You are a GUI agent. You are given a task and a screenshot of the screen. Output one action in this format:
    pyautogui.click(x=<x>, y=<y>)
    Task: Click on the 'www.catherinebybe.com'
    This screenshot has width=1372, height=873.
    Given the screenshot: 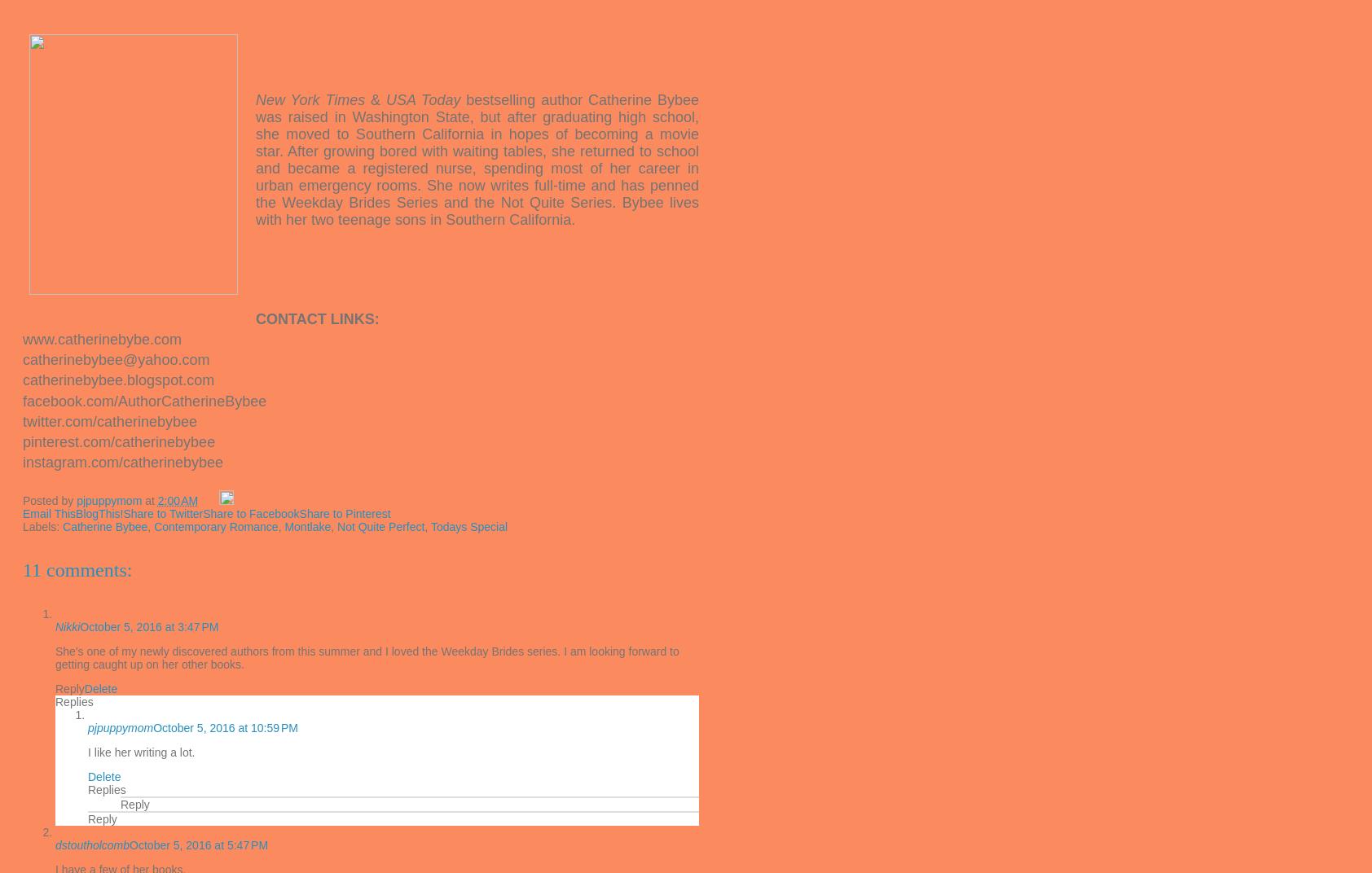 What is the action you would take?
    pyautogui.click(x=21, y=338)
    